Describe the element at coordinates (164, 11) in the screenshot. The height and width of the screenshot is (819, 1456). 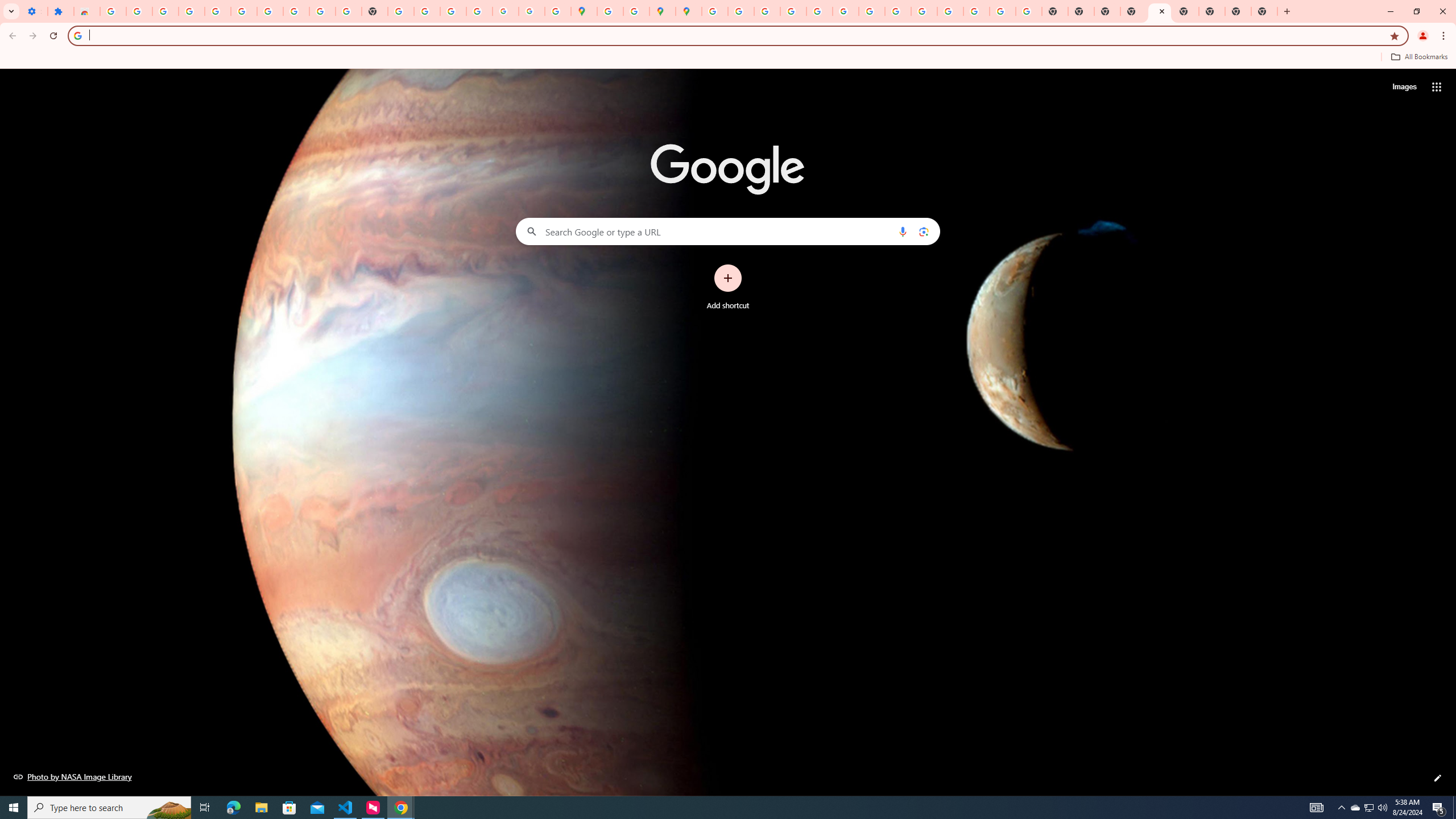
I see `'Delete photos & videos - Computer - Google Photos Help'` at that location.